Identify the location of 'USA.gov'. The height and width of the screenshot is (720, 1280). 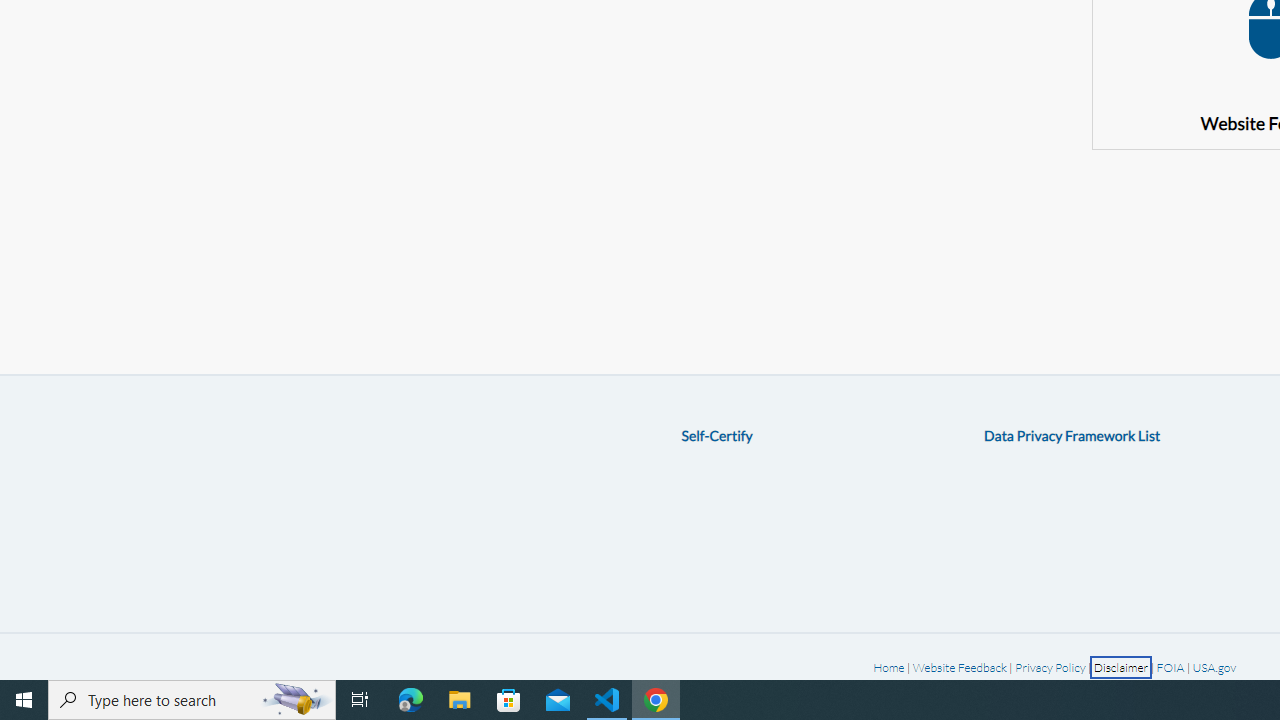
(1213, 667).